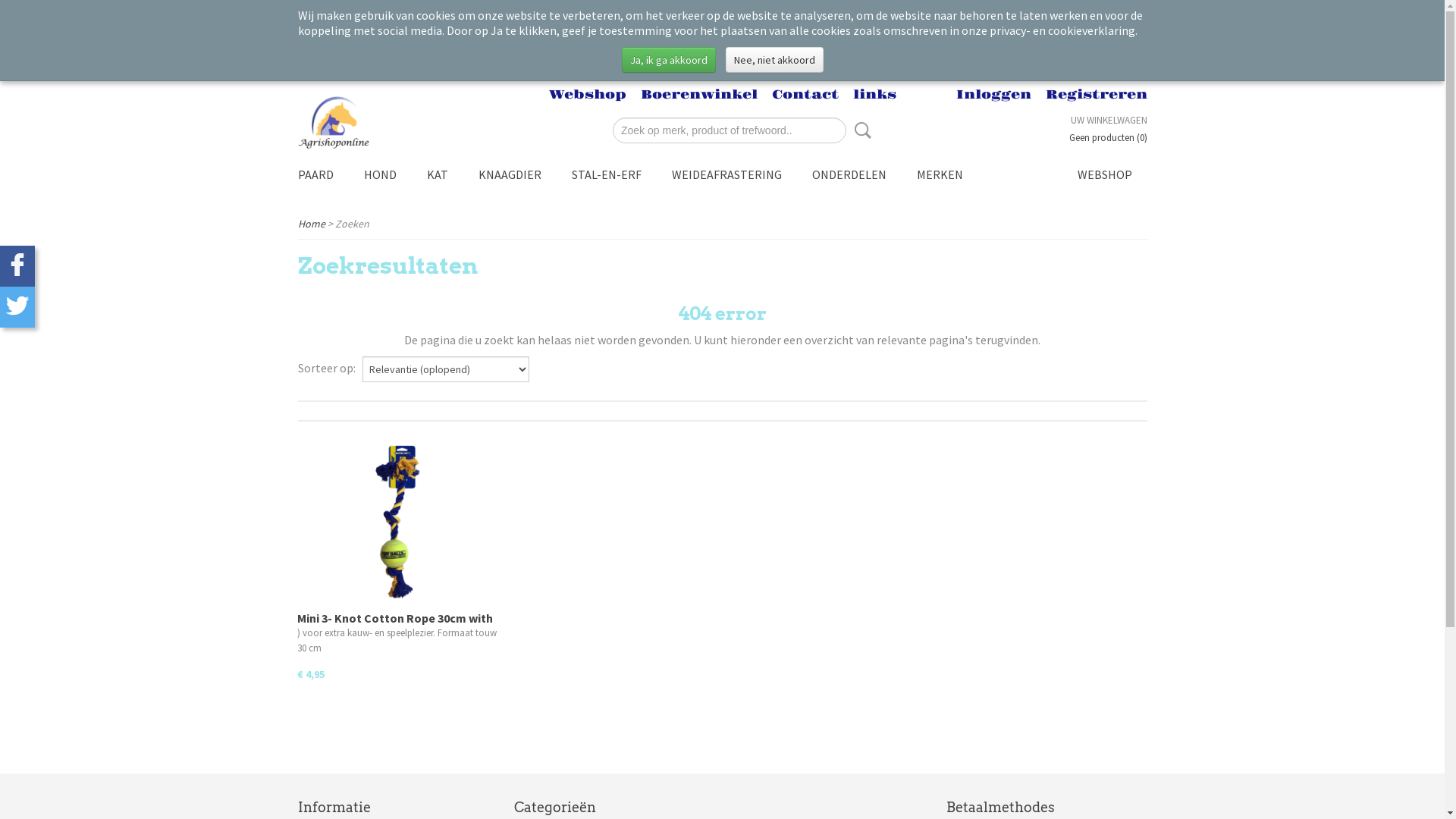 The image size is (1456, 819). Describe the element at coordinates (380, 174) in the screenshot. I see `'HOND'` at that location.